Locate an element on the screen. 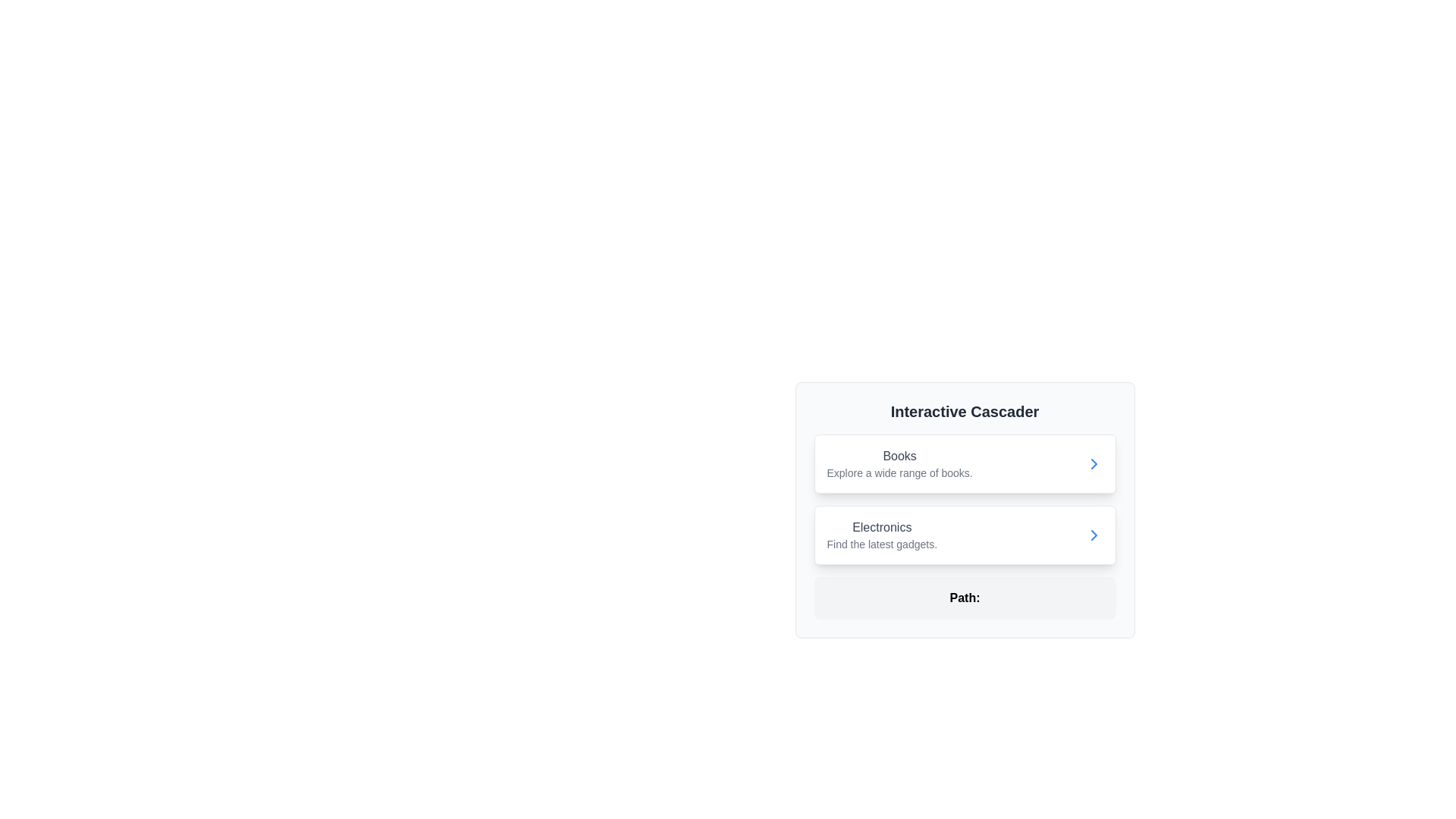 This screenshot has height=819, width=1456. the chevron icon located in the right area of the 'Books' option box to receive interaction feedback is located at coordinates (1094, 463).